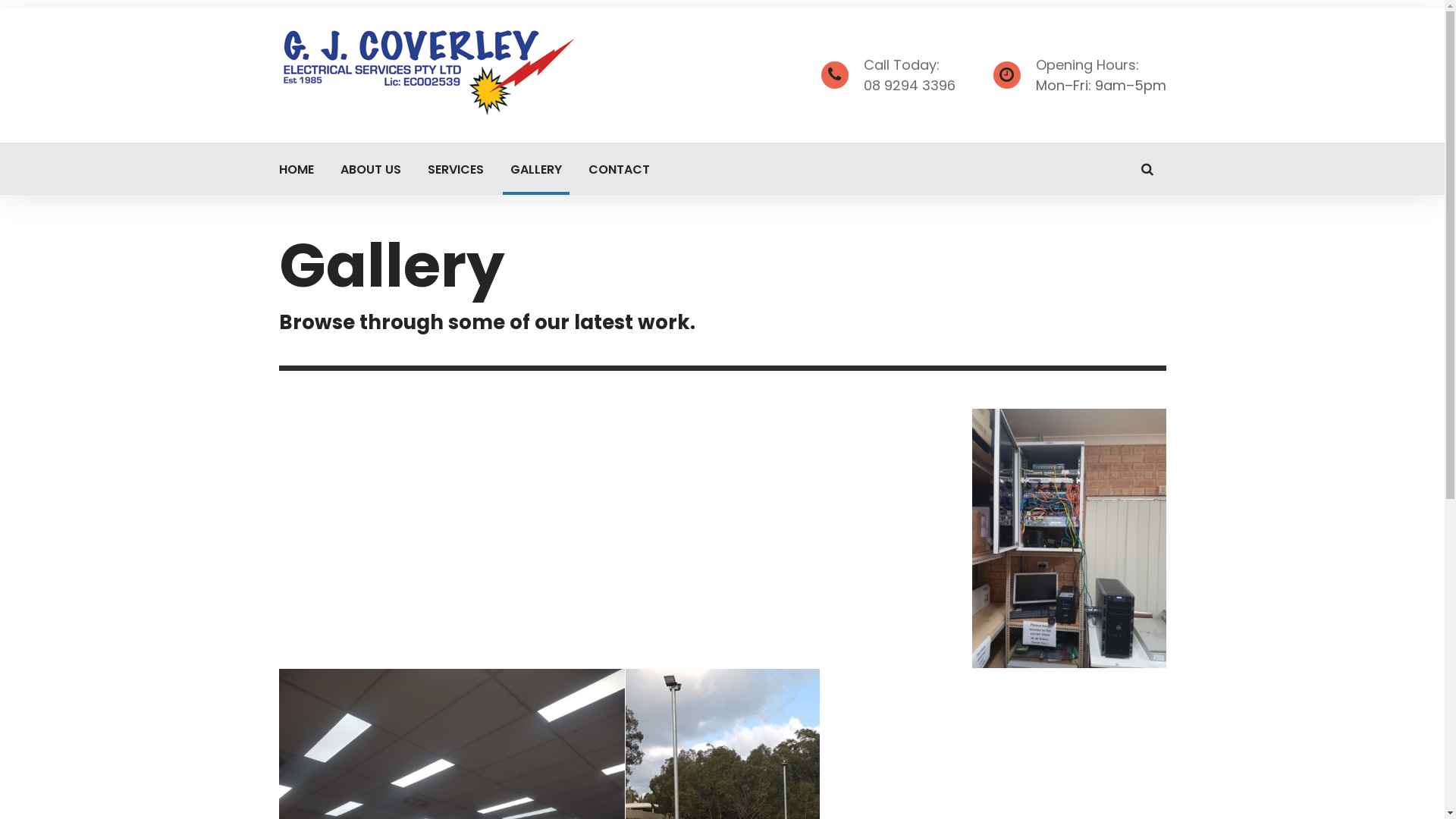 Image resolution: width=1456 pixels, height=819 pixels. What do you see at coordinates (535, 168) in the screenshot?
I see `'GALLERY'` at bounding box center [535, 168].